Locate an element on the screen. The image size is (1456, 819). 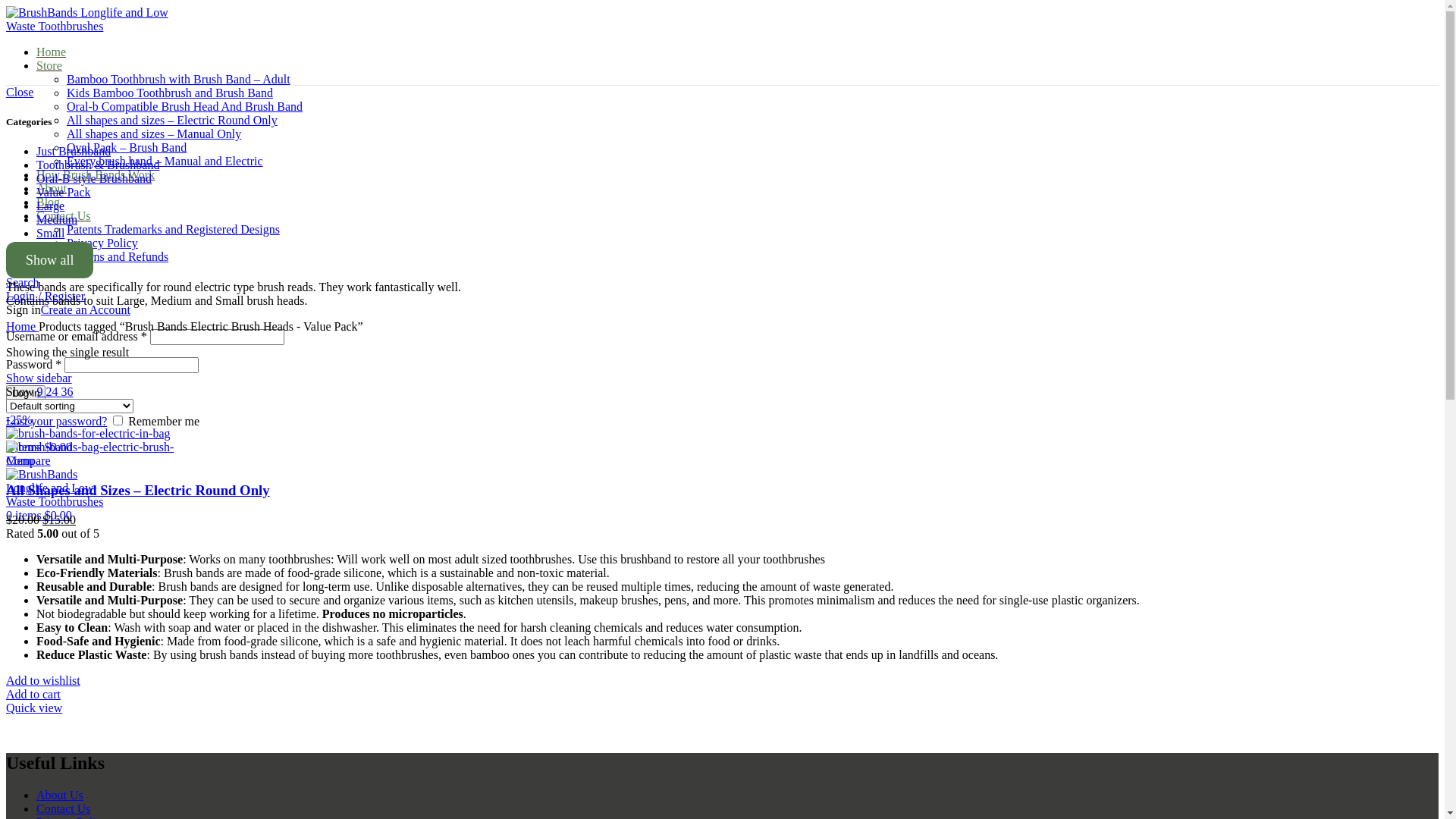
'Menu' is located at coordinates (20, 460).